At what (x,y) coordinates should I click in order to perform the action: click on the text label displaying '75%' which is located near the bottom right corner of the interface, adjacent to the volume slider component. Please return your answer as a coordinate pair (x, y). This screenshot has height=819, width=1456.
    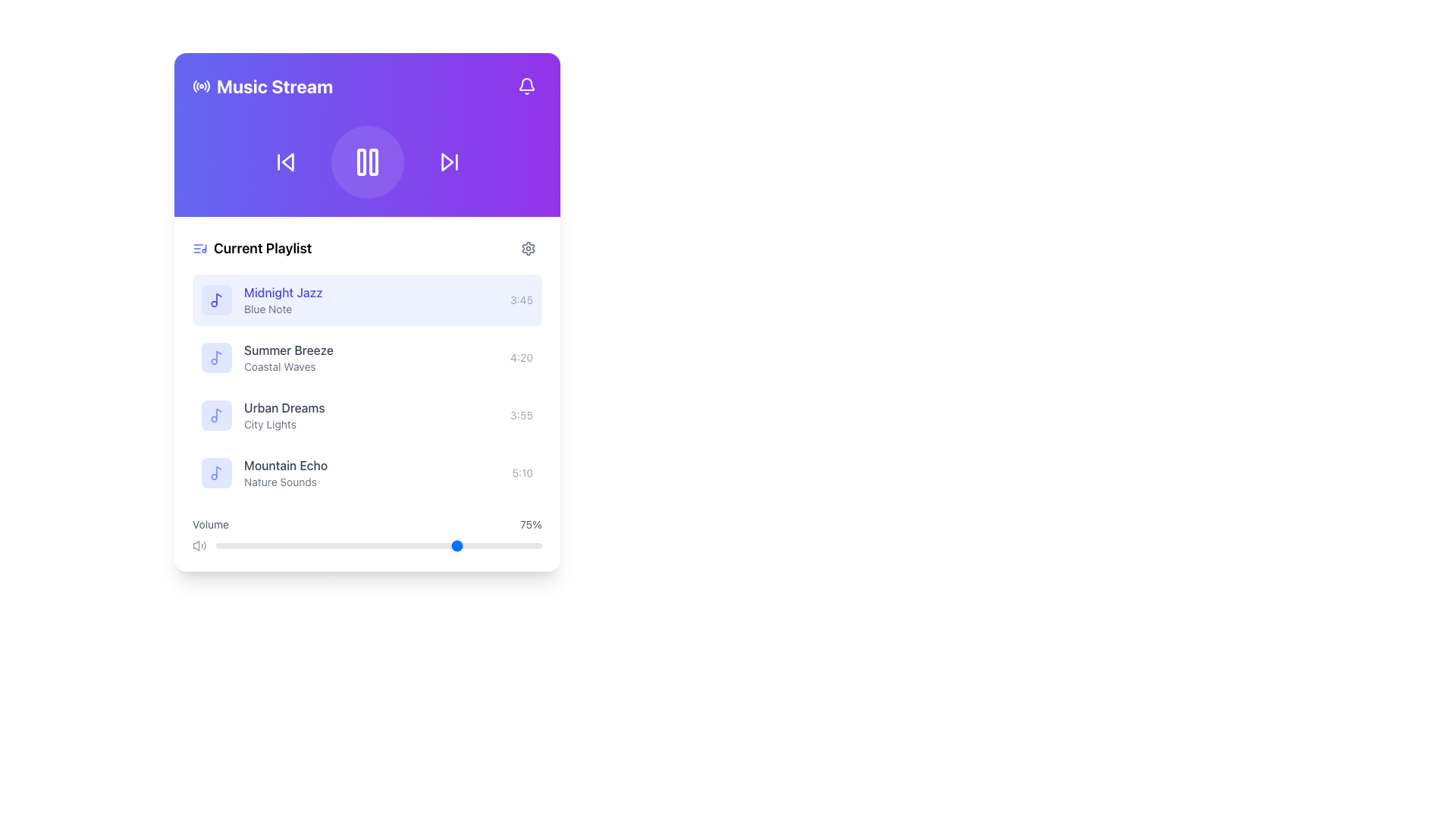
    Looking at the image, I should click on (531, 523).